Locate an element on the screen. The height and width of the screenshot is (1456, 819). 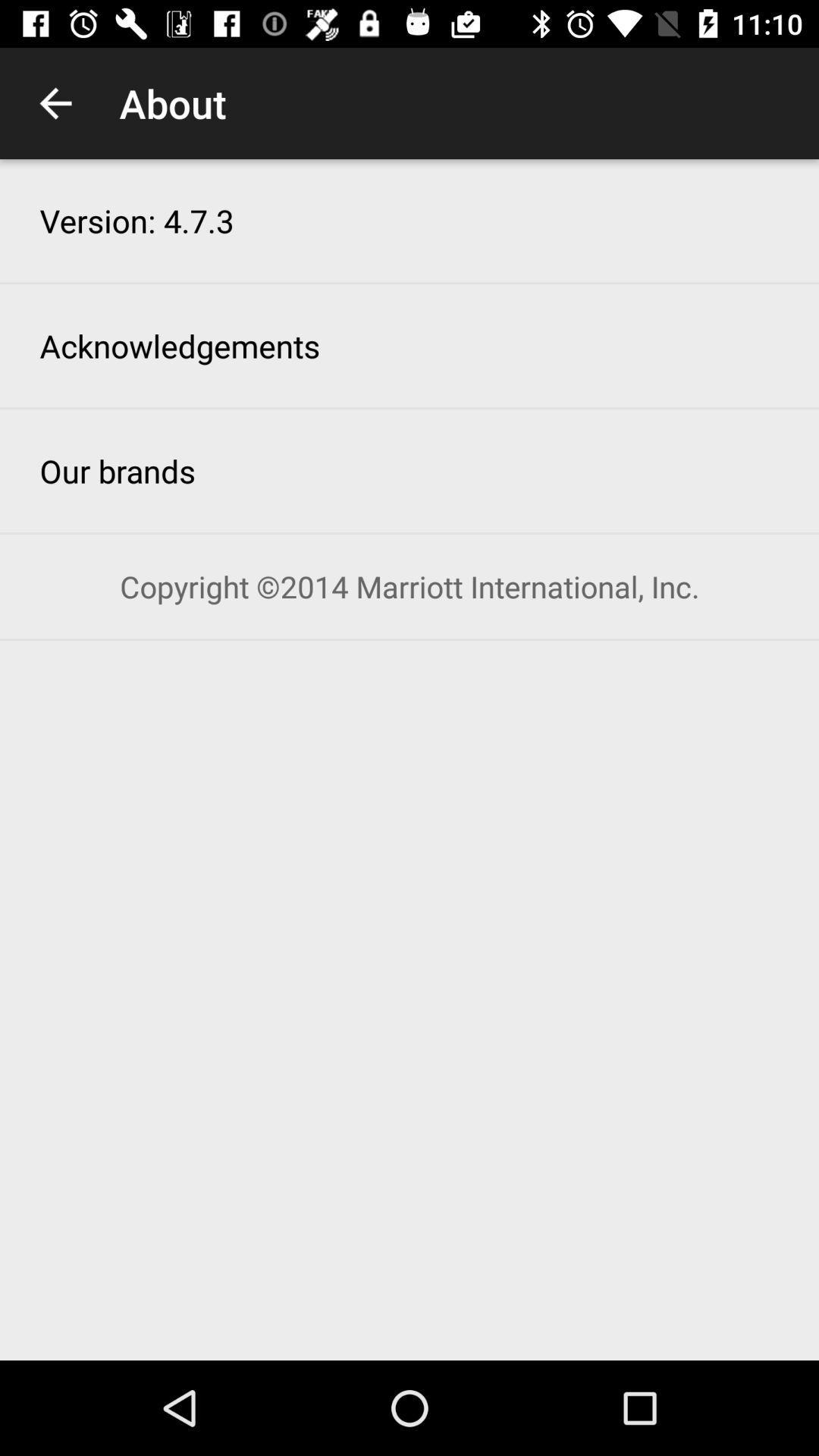
the icon next to about is located at coordinates (55, 102).